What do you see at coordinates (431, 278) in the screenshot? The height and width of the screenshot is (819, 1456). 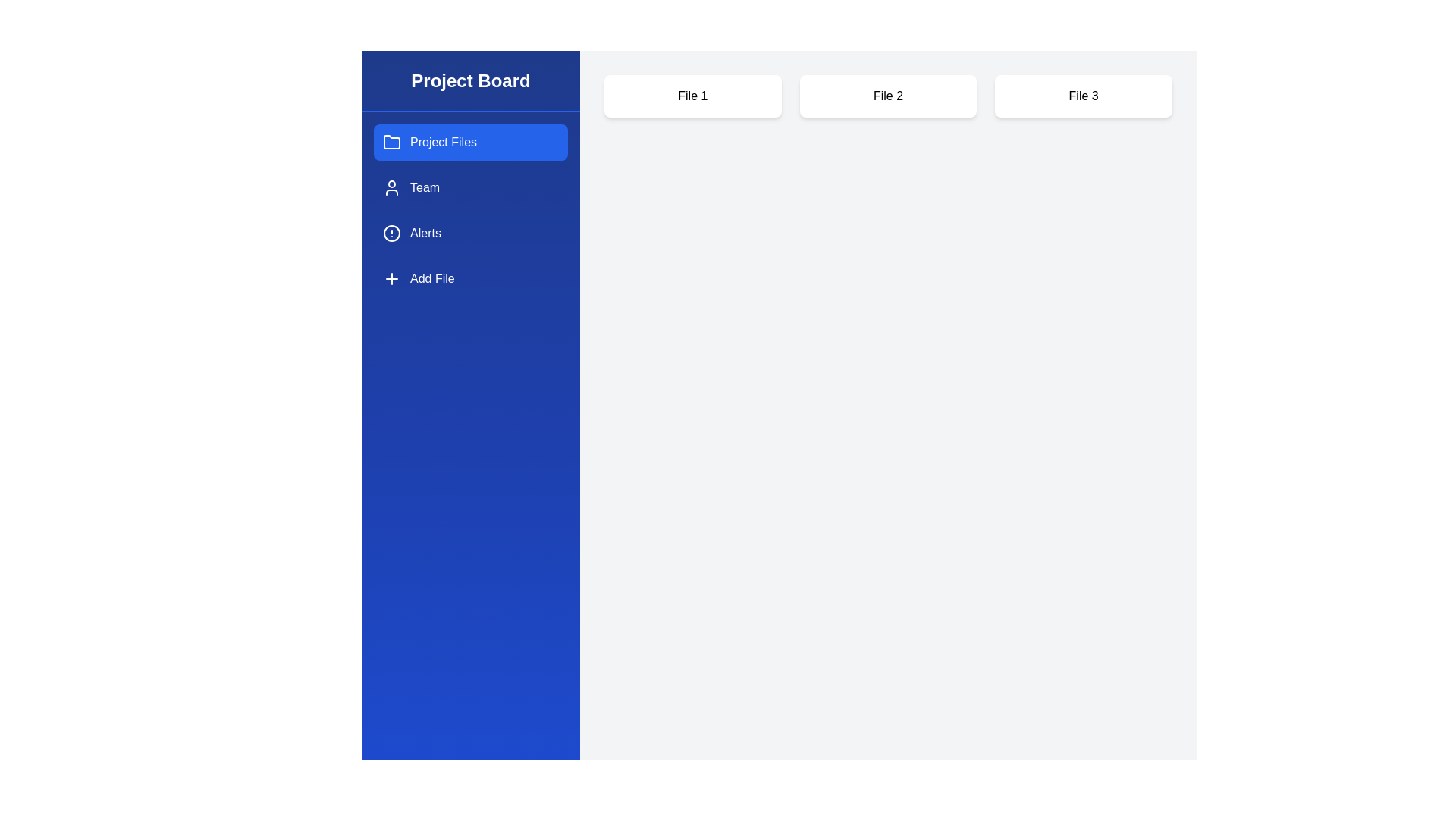 I see `the fourth item in the left sidebar menu labeled as 'Add New File'` at bounding box center [431, 278].